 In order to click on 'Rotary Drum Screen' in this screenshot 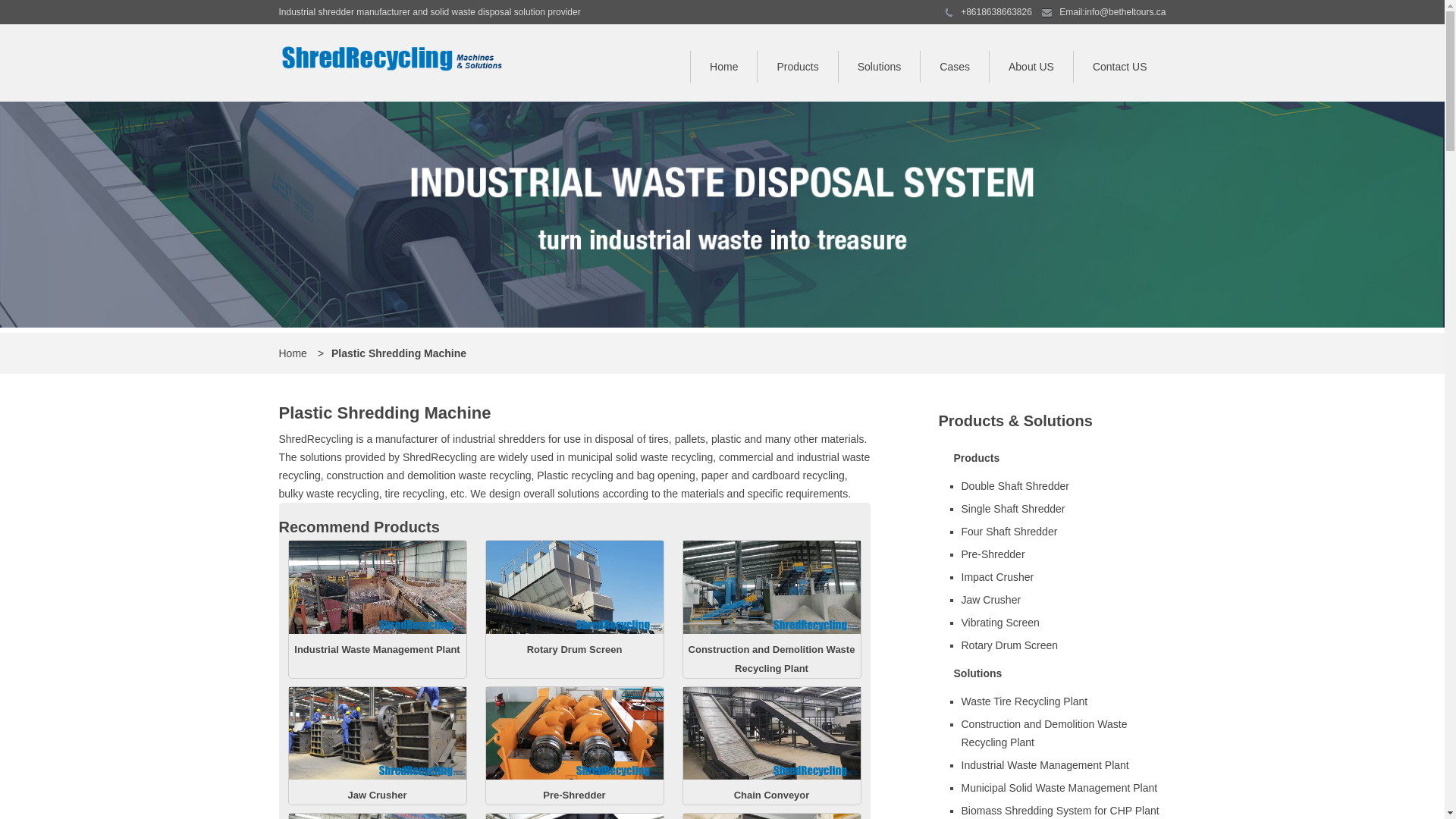, I will do `click(573, 630)`.